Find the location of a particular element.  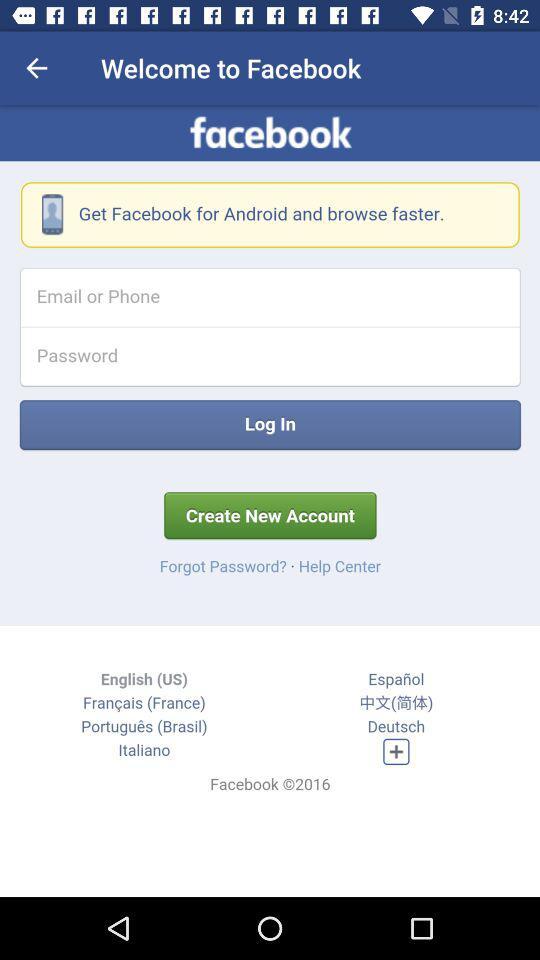

login is located at coordinates (270, 500).